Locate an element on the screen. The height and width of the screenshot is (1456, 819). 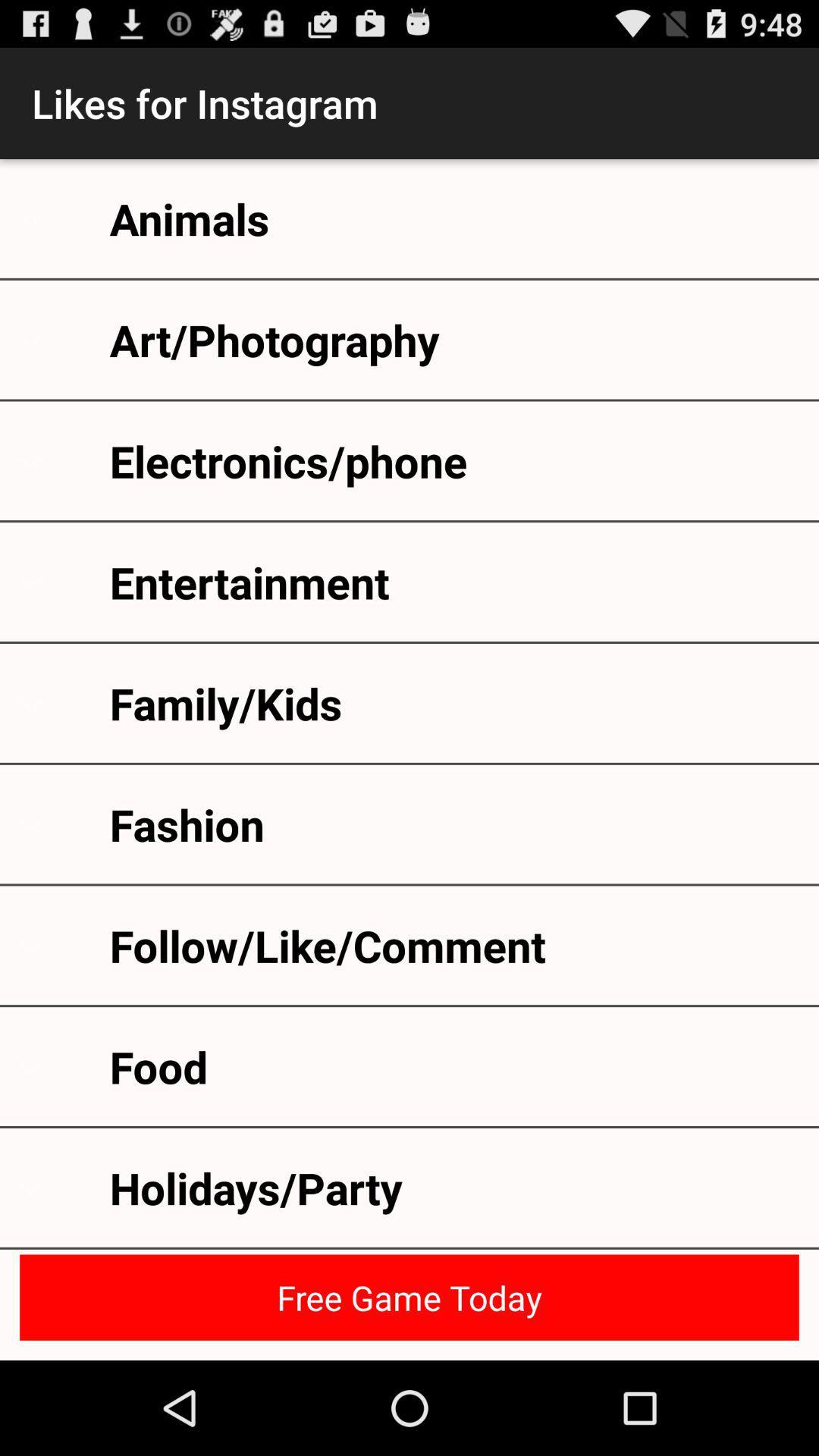
the free game today is located at coordinates (409, 1297).